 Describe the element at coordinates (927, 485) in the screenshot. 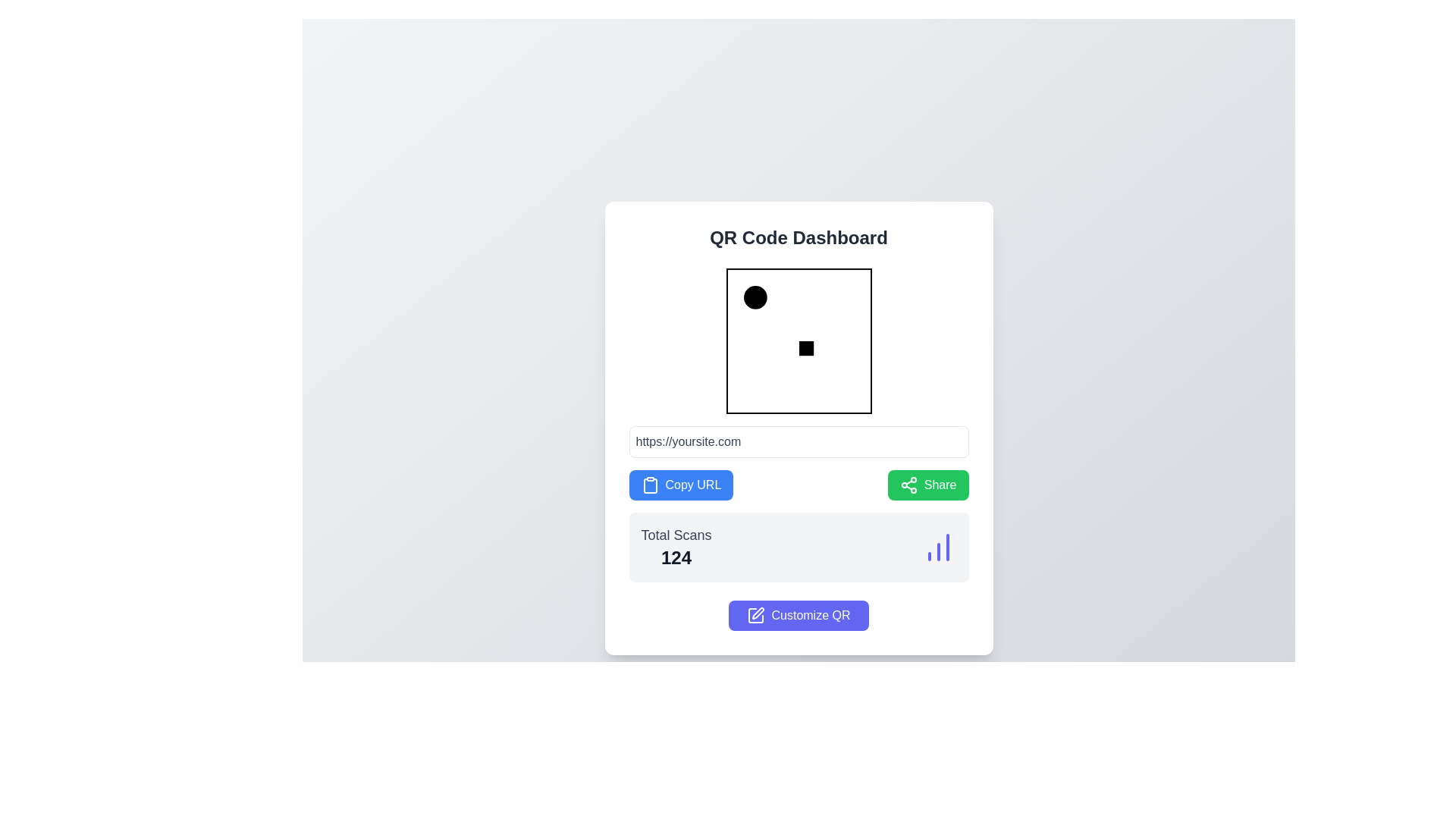

I see `the green rectangular button labeled 'Share'` at that location.